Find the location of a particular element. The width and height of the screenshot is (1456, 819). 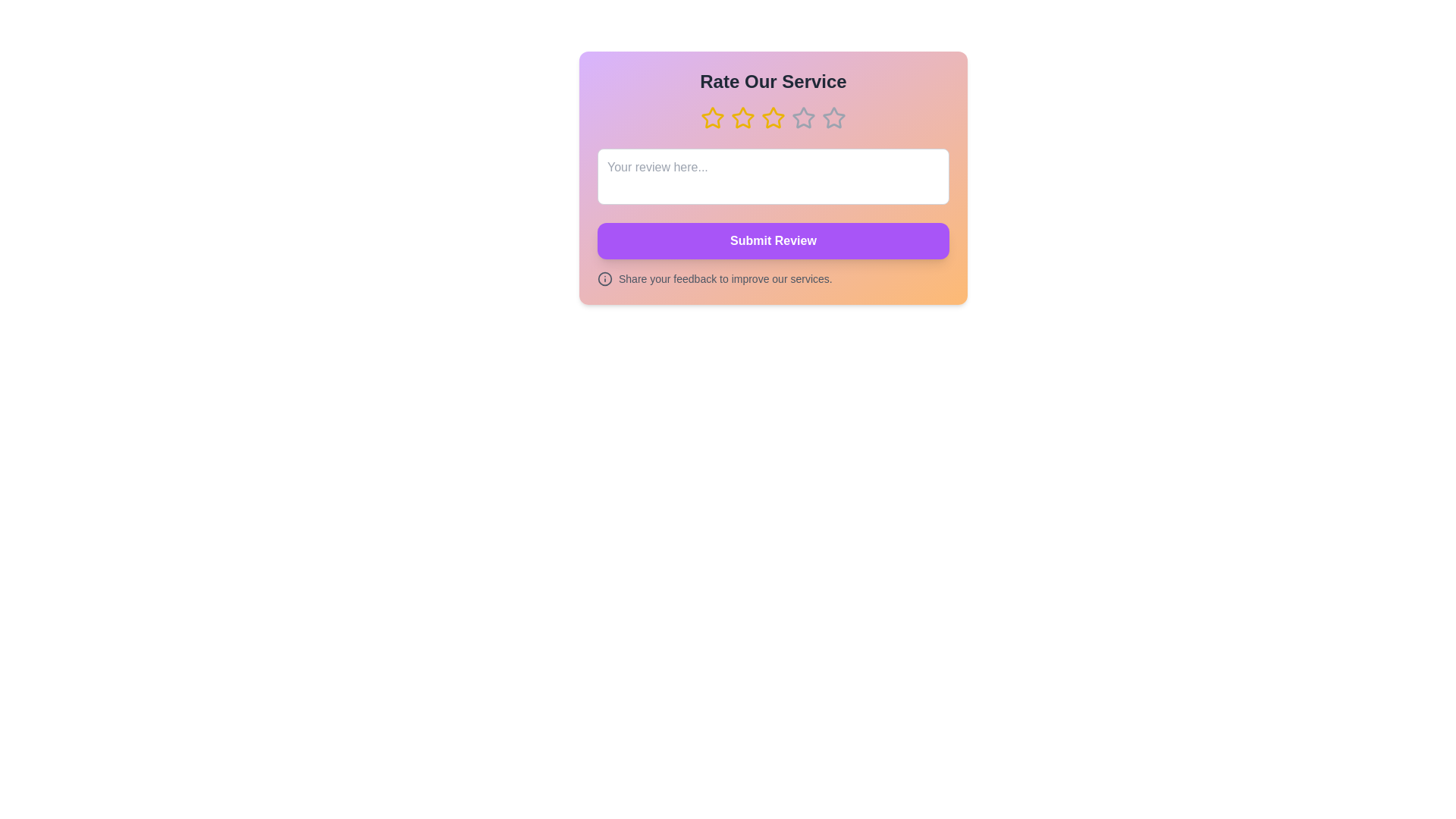

the first yellow star icon is located at coordinates (712, 117).